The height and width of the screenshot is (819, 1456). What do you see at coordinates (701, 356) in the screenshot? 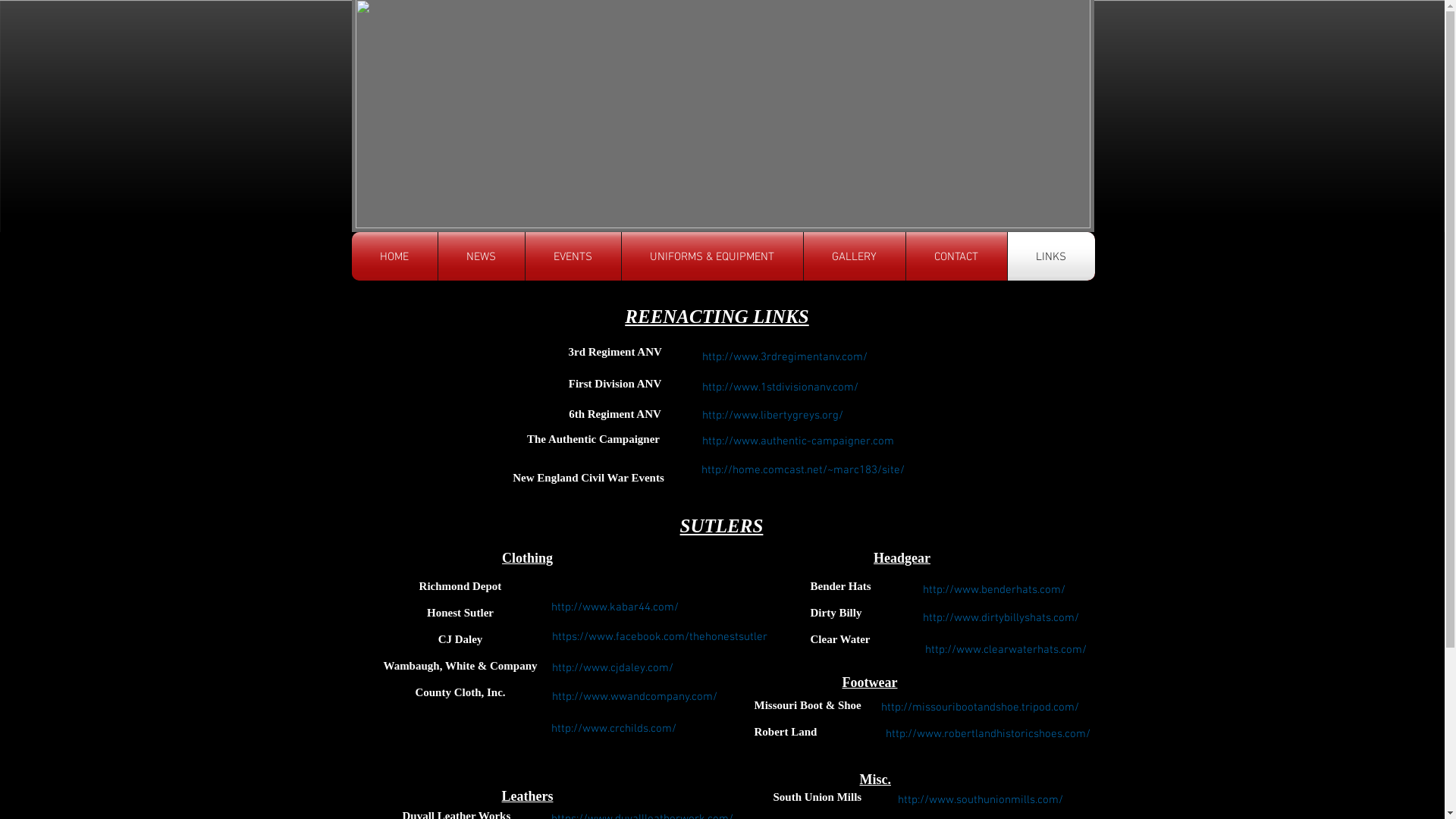
I see `'http://www.3rdregimentanv.com/'` at bounding box center [701, 356].